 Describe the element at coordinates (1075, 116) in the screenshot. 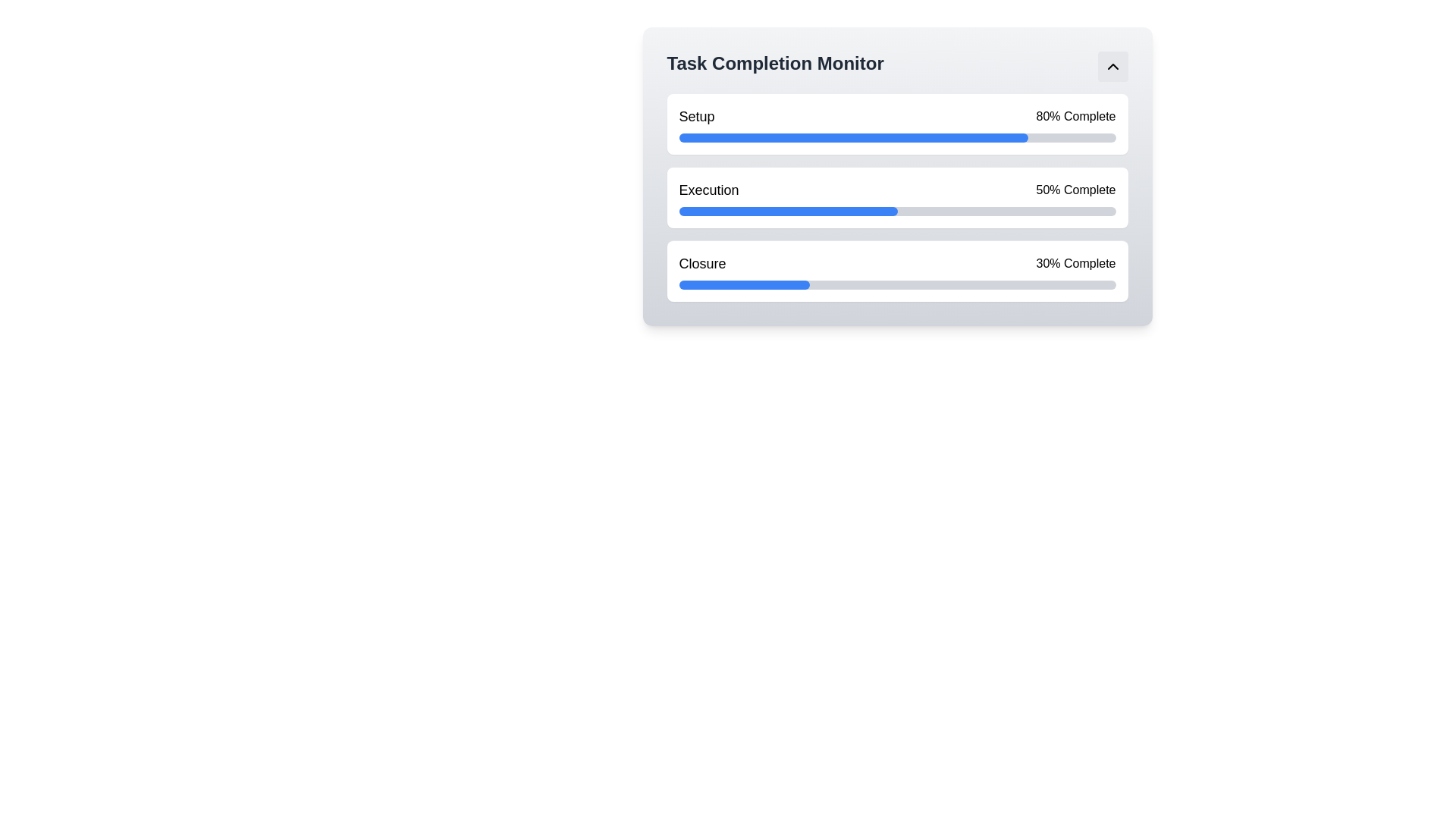

I see `the text label that displays '80% Complete', which is located at the right end of the 'Setup' progress bar in the 'Task Completion Monitor' component` at that location.